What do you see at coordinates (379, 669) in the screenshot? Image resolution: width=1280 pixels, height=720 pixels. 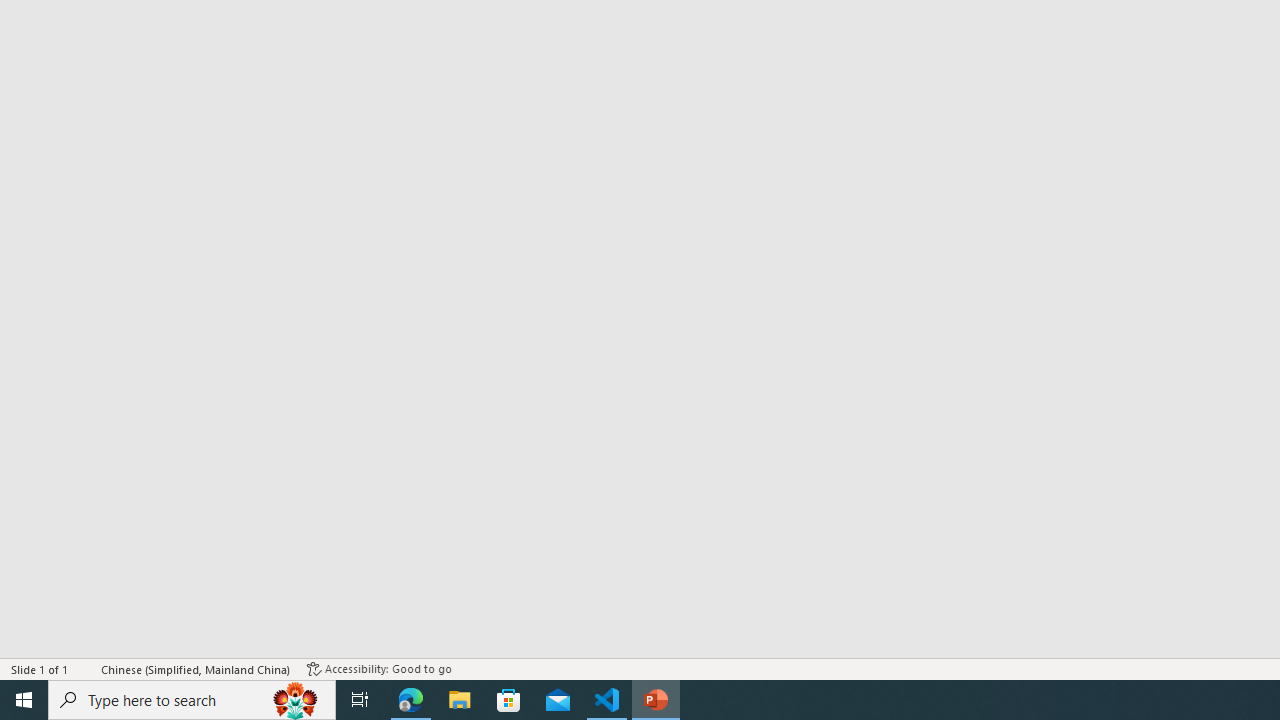 I see `'Accessibility Checker Accessibility: Good to go'` at bounding box center [379, 669].